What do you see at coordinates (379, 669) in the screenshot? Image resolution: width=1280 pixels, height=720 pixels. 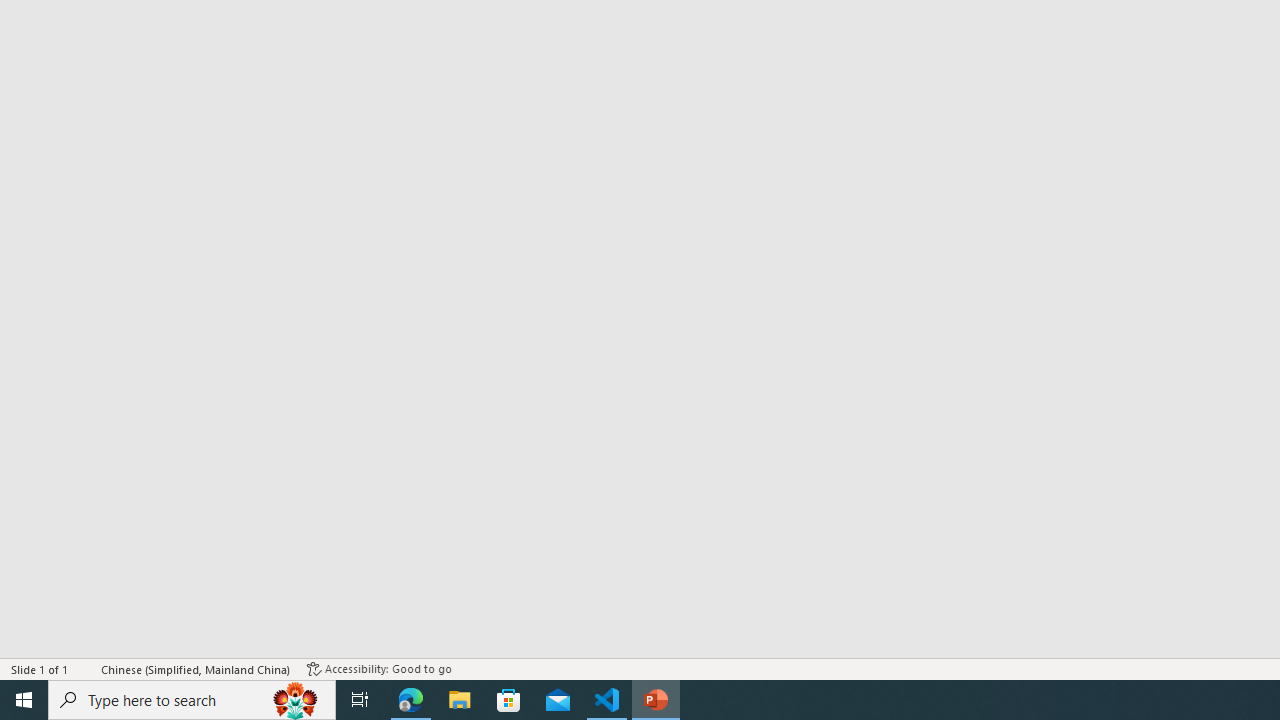 I see `'Accessibility Checker Accessibility: Good to go'` at bounding box center [379, 669].